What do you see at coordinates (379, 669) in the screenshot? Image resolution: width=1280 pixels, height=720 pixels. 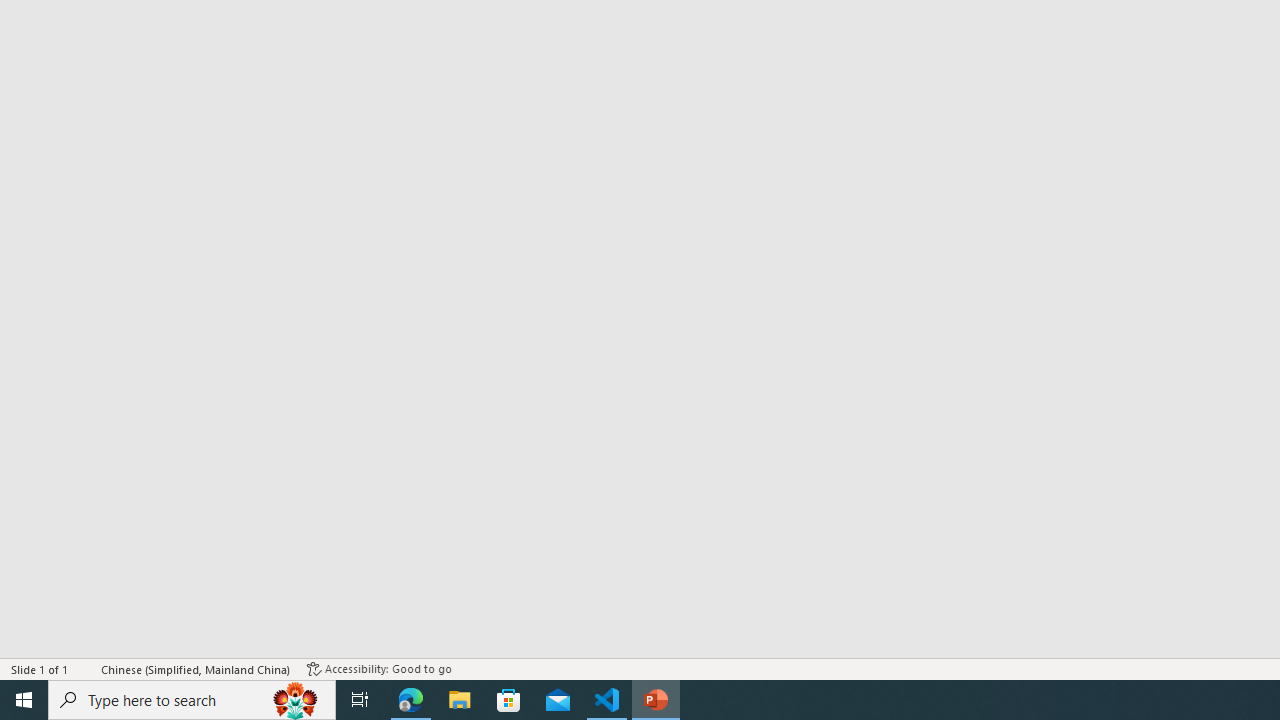 I see `'Accessibility Checker Accessibility: Good to go'` at bounding box center [379, 669].